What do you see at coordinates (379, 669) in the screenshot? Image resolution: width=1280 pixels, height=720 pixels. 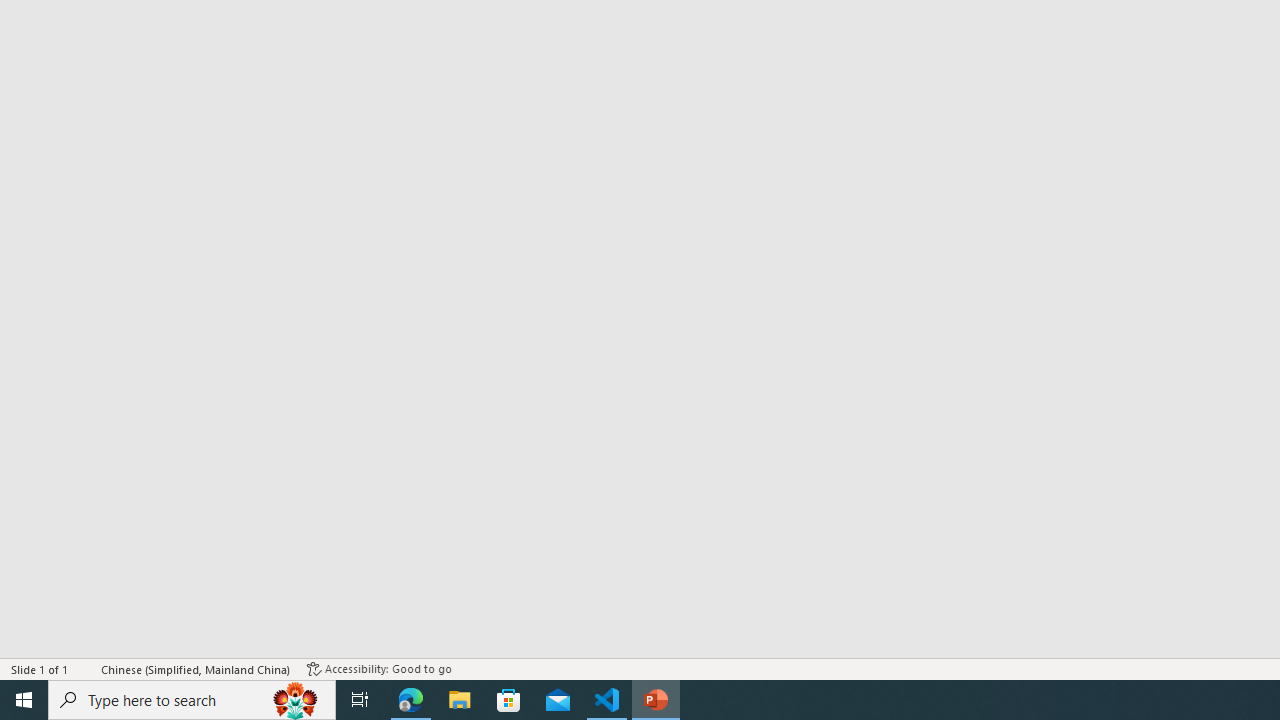 I see `'Accessibility Checker Accessibility: Good to go'` at bounding box center [379, 669].